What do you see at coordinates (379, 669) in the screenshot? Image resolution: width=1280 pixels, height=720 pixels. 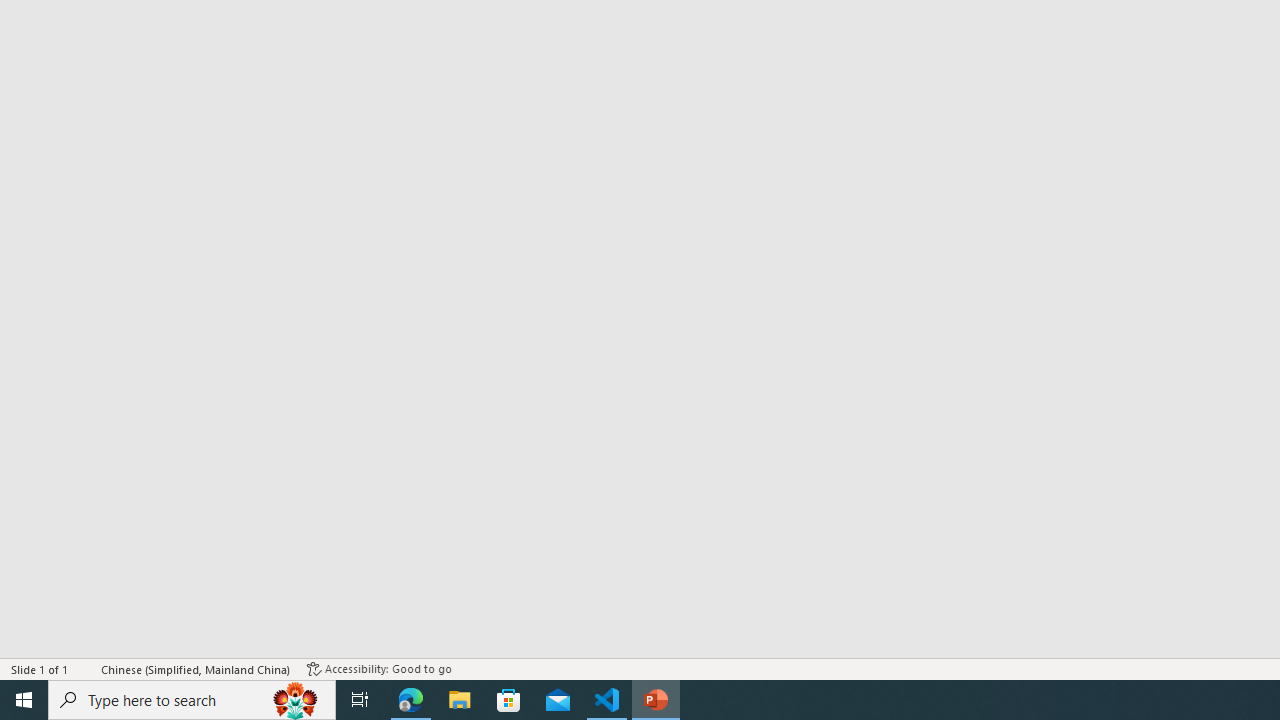 I see `'Accessibility Checker Accessibility: Good to go'` at bounding box center [379, 669].